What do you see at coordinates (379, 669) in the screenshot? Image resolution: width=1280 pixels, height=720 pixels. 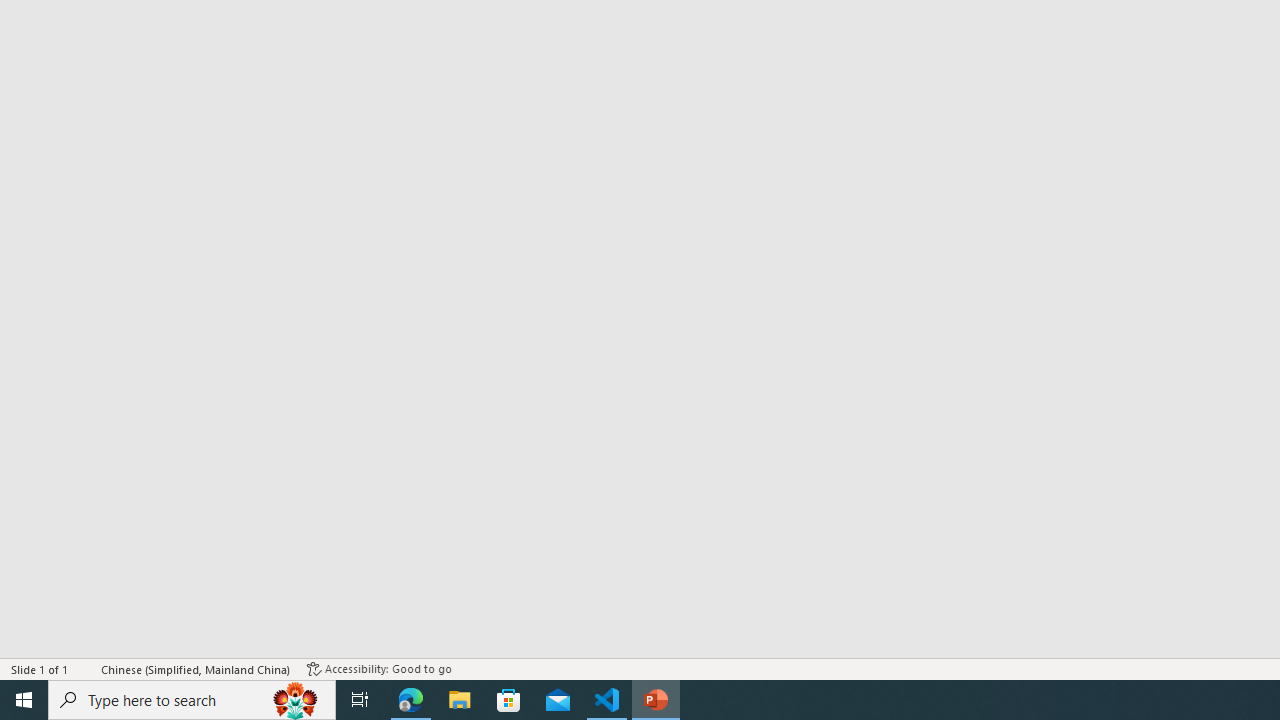 I see `'Accessibility Checker Accessibility: Good to go'` at bounding box center [379, 669].